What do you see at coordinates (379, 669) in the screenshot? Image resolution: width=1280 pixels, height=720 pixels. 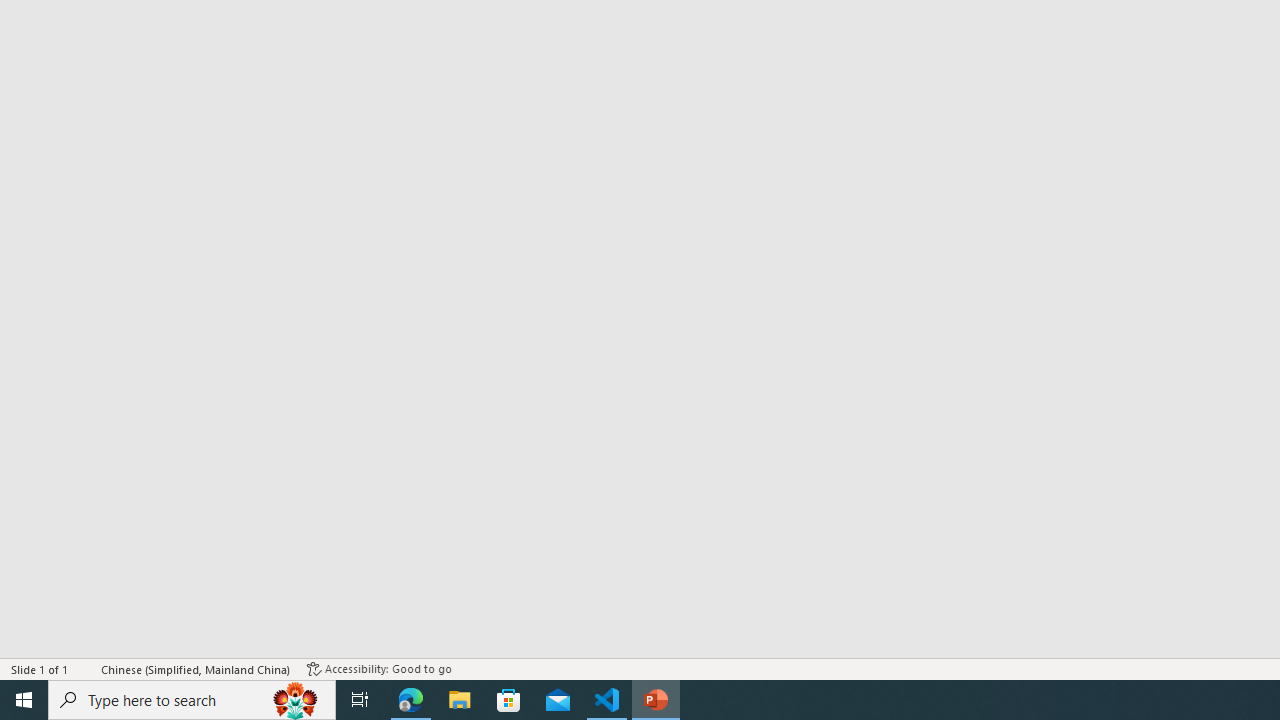 I see `'Accessibility Checker Accessibility: Good to go'` at bounding box center [379, 669].